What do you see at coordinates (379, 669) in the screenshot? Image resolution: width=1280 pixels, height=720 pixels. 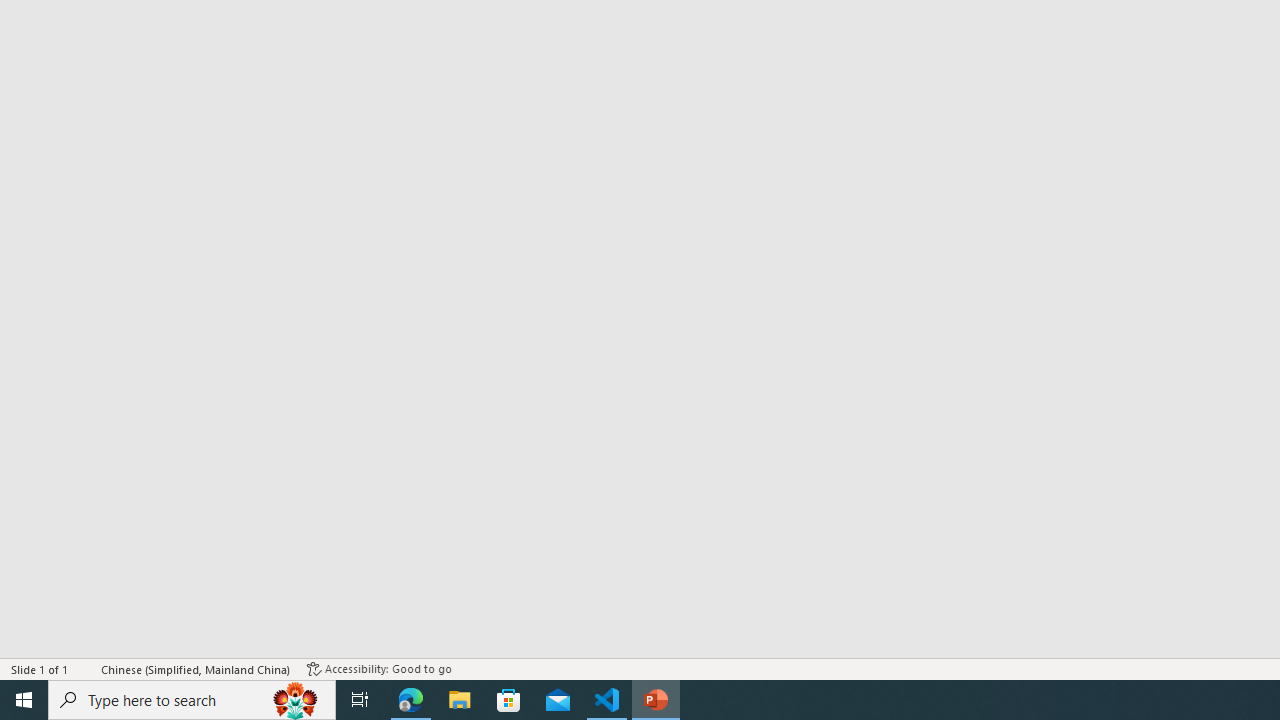 I see `'Accessibility Checker Accessibility: Good to go'` at bounding box center [379, 669].